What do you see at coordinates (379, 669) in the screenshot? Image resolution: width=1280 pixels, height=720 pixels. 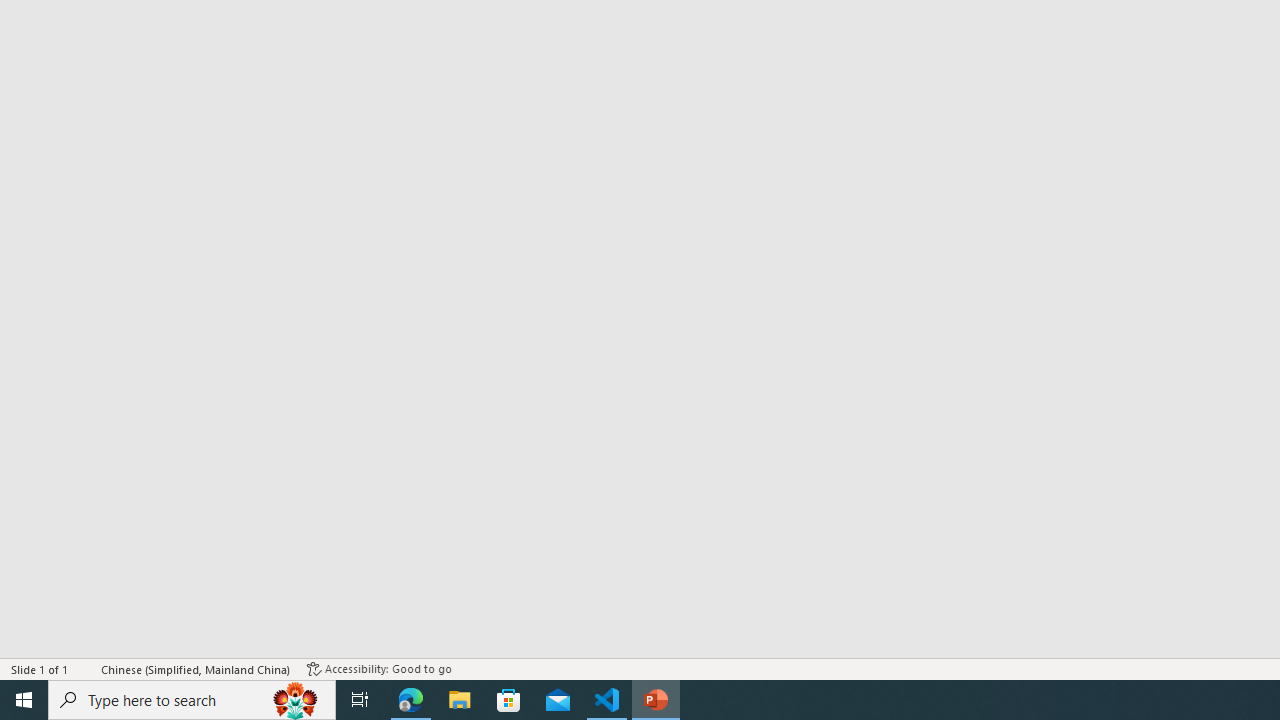 I see `'Accessibility Checker Accessibility: Good to go'` at bounding box center [379, 669].